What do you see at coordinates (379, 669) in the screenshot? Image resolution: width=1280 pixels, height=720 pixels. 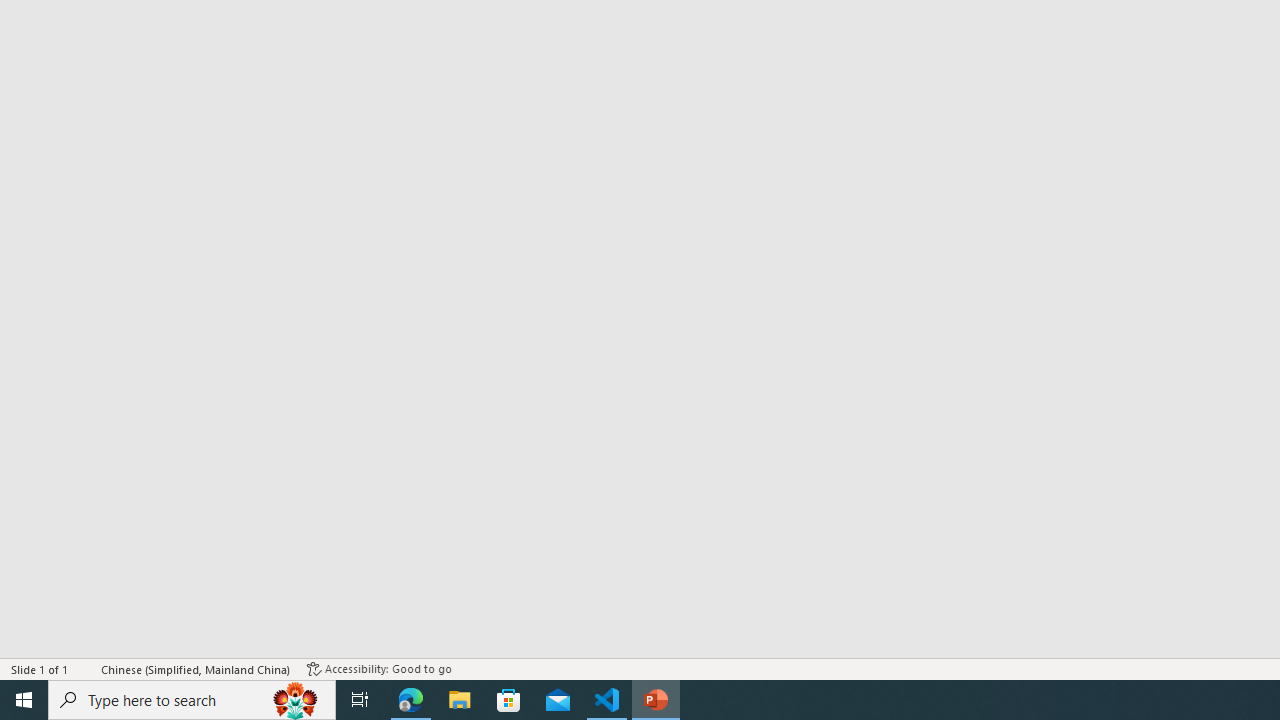 I see `'Accessibility Checker Accessibility: Good to go'` at bounding box center [379, 669].